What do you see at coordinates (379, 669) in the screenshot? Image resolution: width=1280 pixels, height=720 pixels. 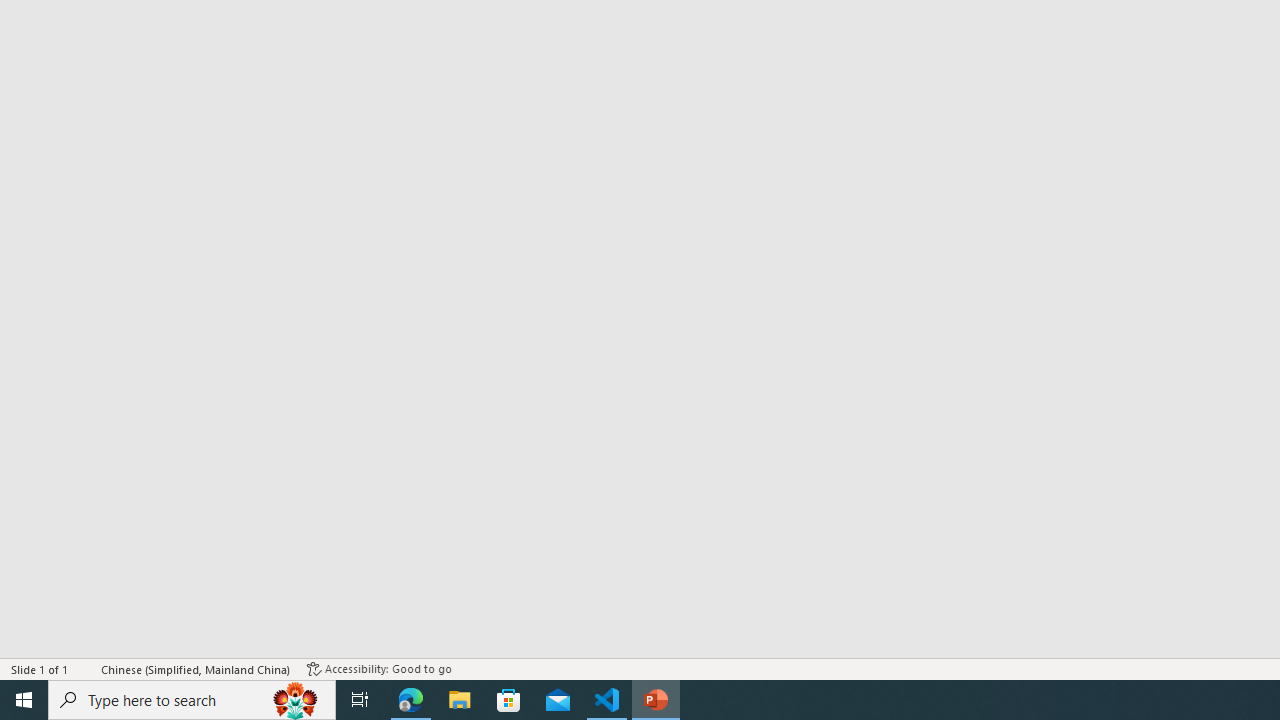 I see `'Accessibility Checker Accessibility: Good to go'` at bounding box center [379, 669].